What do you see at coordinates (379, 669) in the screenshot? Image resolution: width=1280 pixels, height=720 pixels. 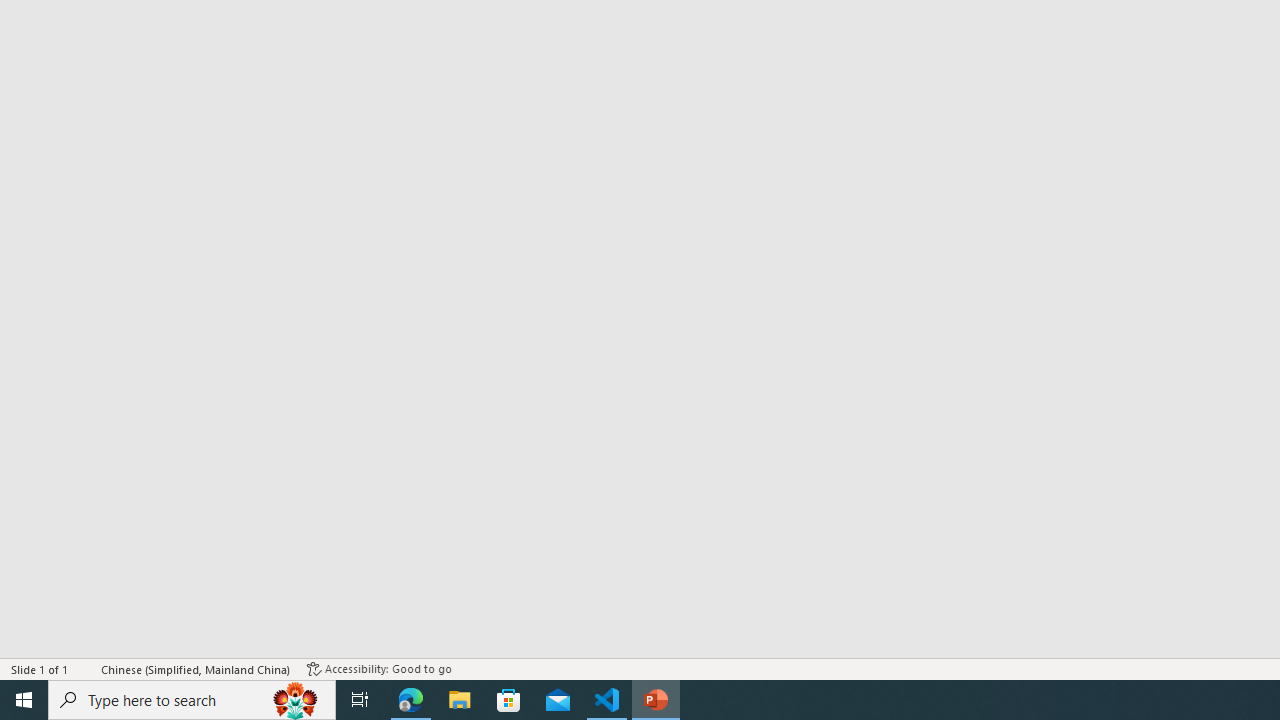 I see `'Accessibility Checker Accessibility: Good to go'` at bounding box center [379, 669].